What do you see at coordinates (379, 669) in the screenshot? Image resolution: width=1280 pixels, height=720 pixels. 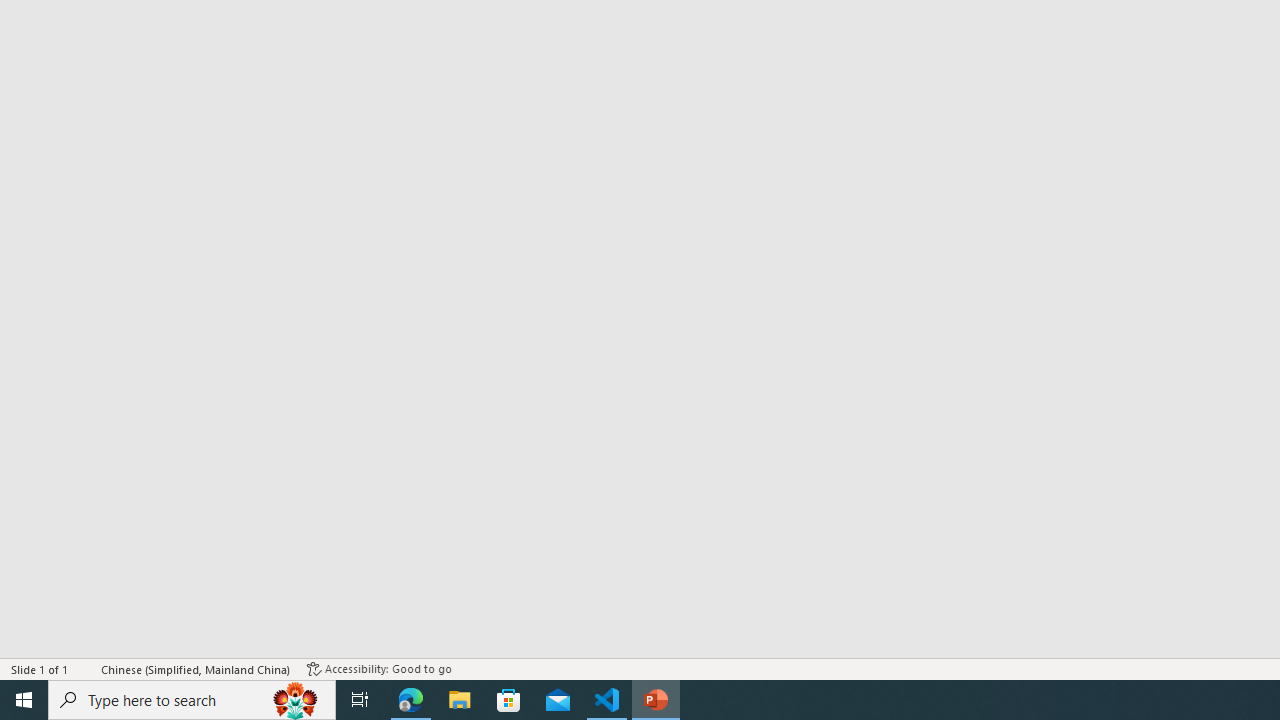 I see `'Accessibility Checker Accessibility: Good to go'` at bounding box center [379, 669].